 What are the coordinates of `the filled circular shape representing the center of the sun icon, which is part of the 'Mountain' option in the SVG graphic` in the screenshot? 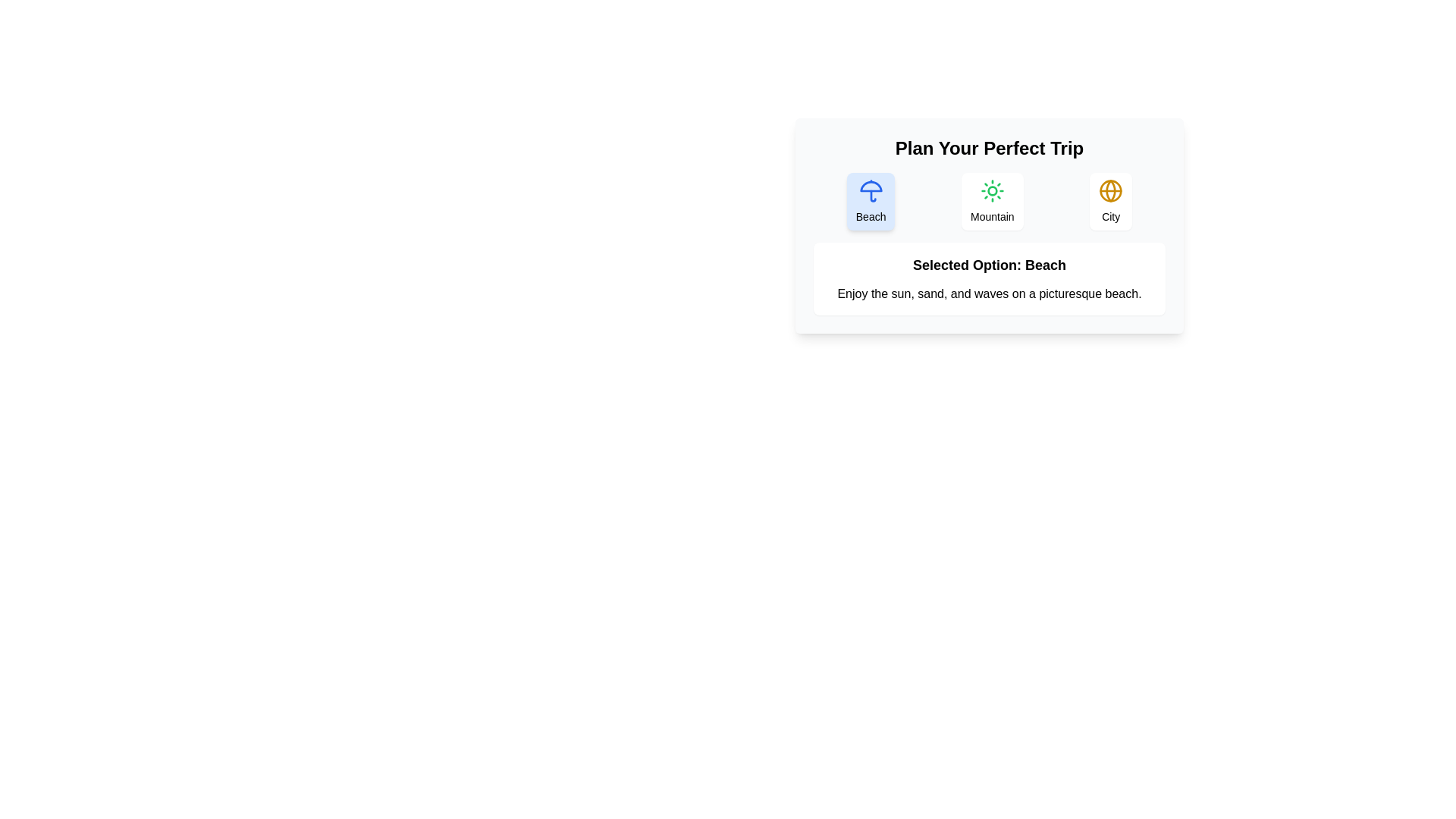 It's located at (992, 190).